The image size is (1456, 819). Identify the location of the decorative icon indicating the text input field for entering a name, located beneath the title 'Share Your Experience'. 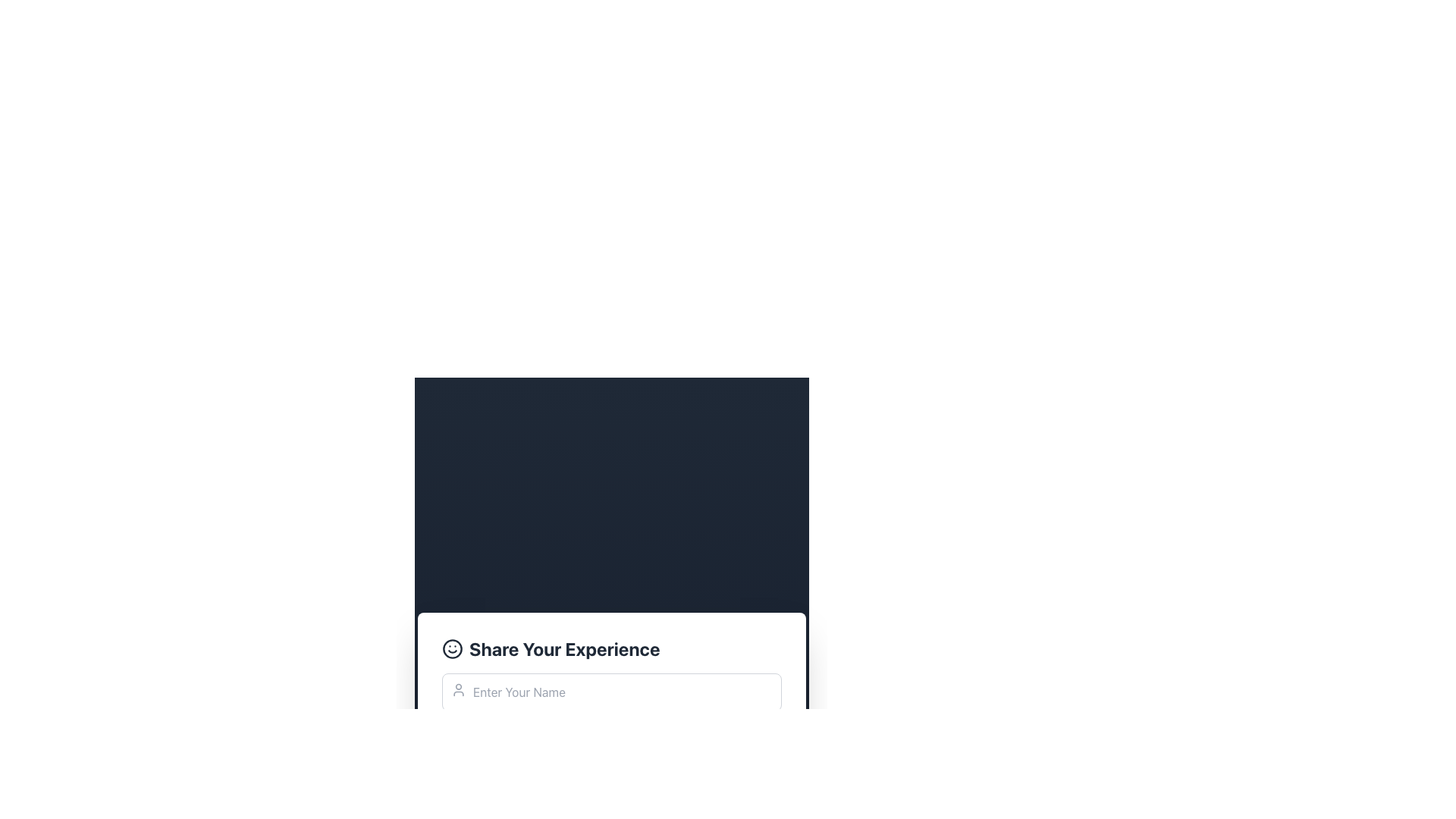
(457, 690).